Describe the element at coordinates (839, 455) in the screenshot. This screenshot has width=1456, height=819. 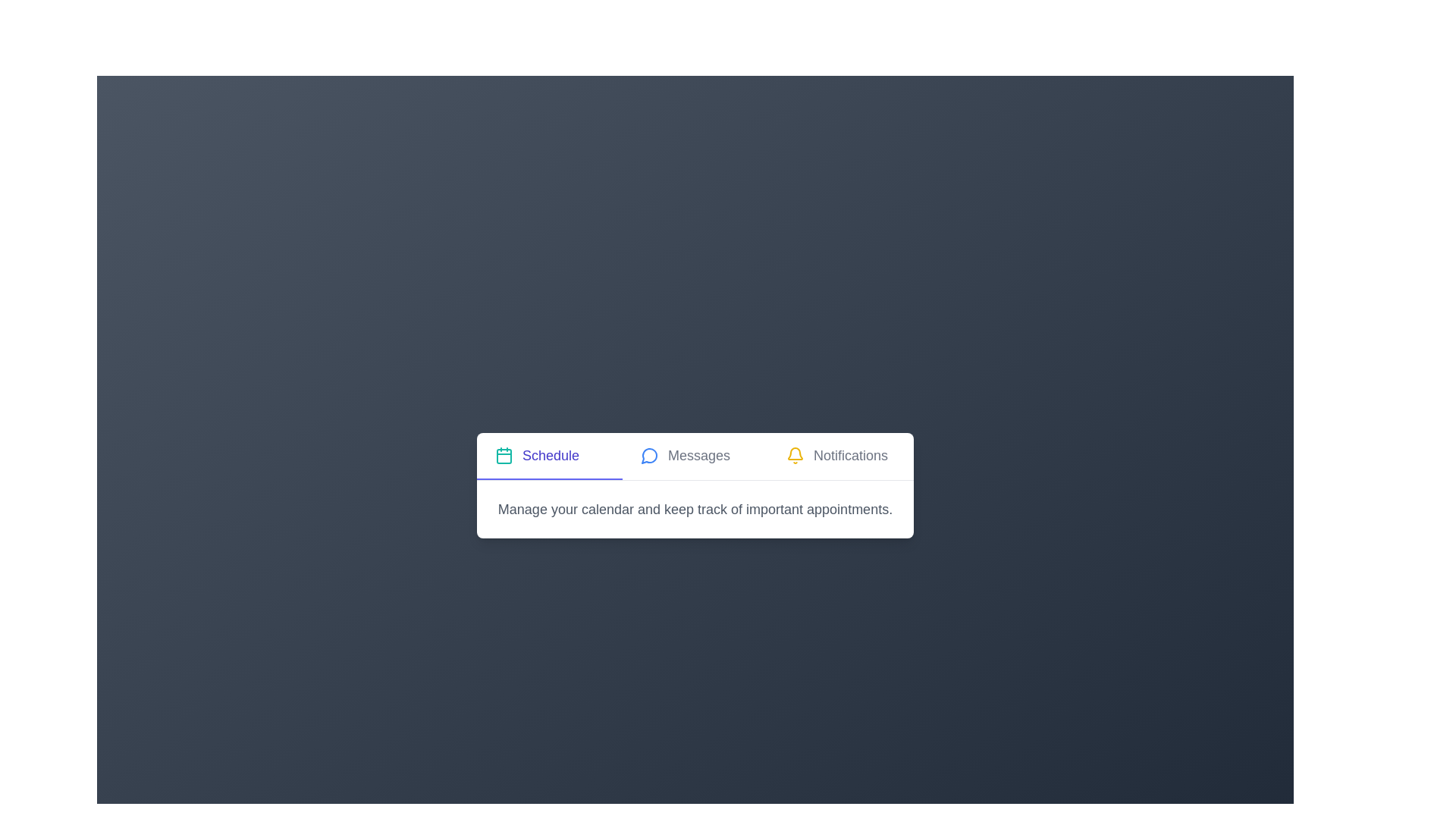
I see `the tab header named Notifications to activate it` at that location.